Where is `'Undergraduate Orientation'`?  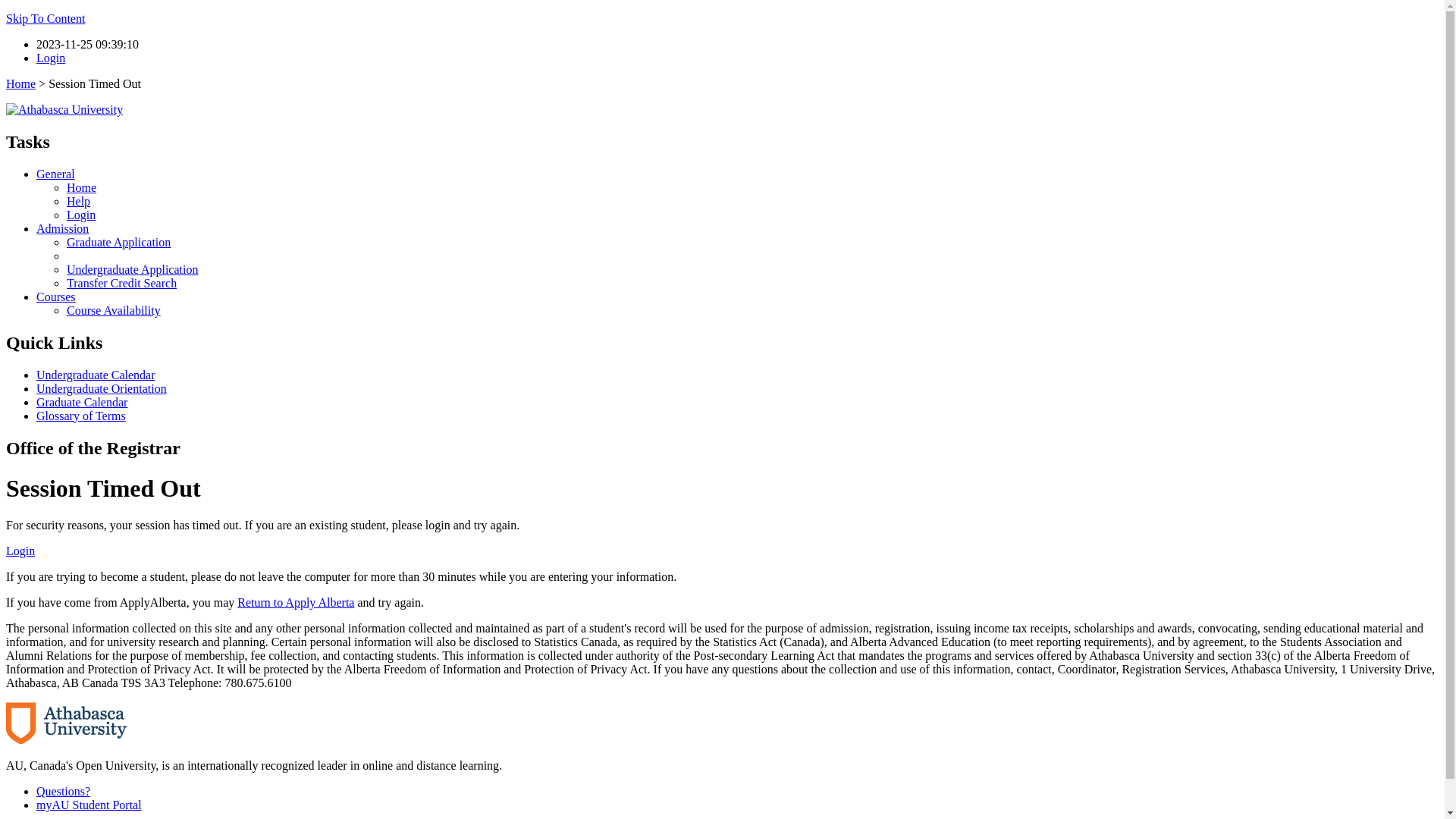
'Undergraduate Orientation' is located at coordinates (36, 388).